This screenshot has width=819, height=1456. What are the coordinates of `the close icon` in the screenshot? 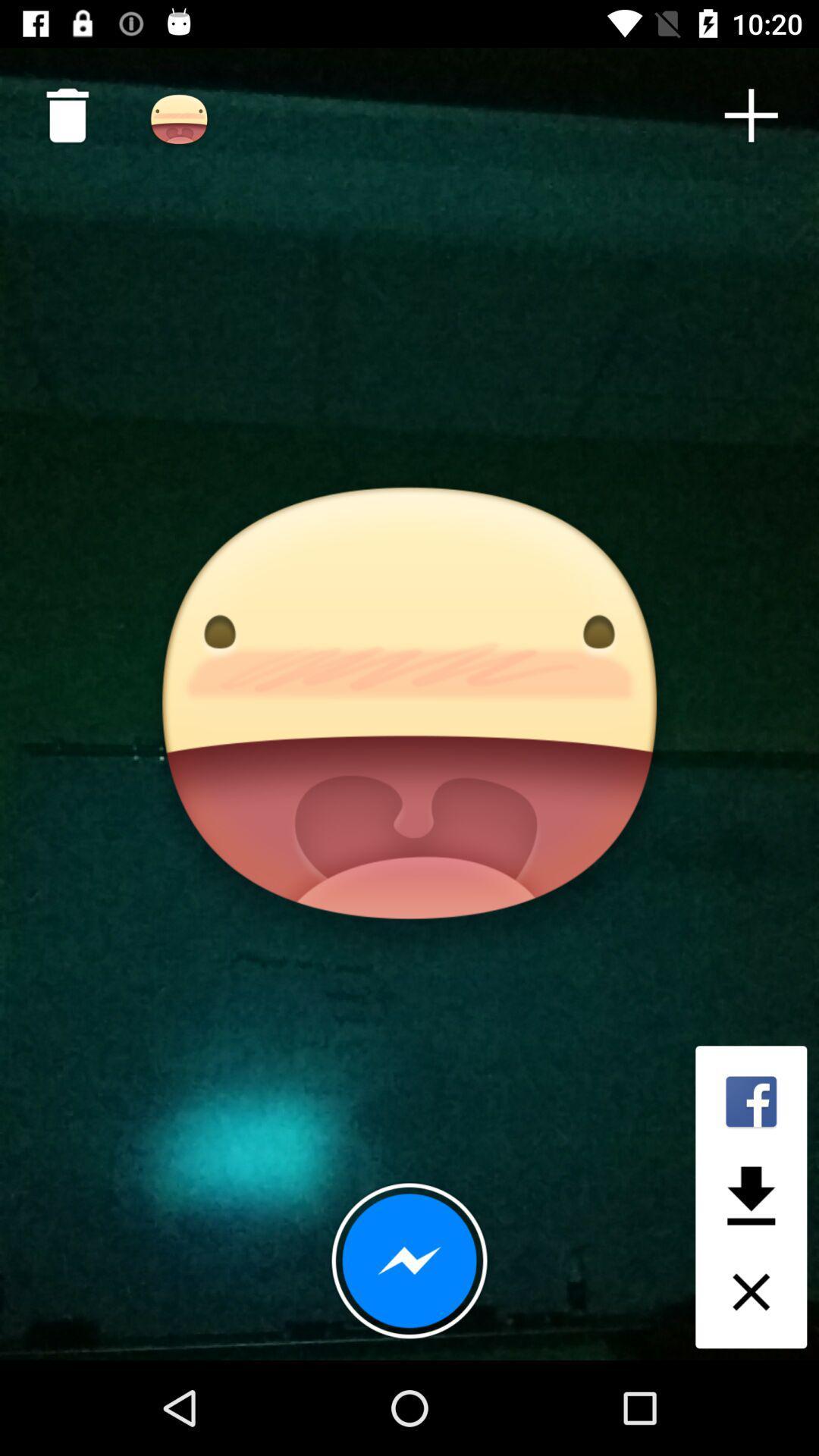 It's located at (751, 1291).